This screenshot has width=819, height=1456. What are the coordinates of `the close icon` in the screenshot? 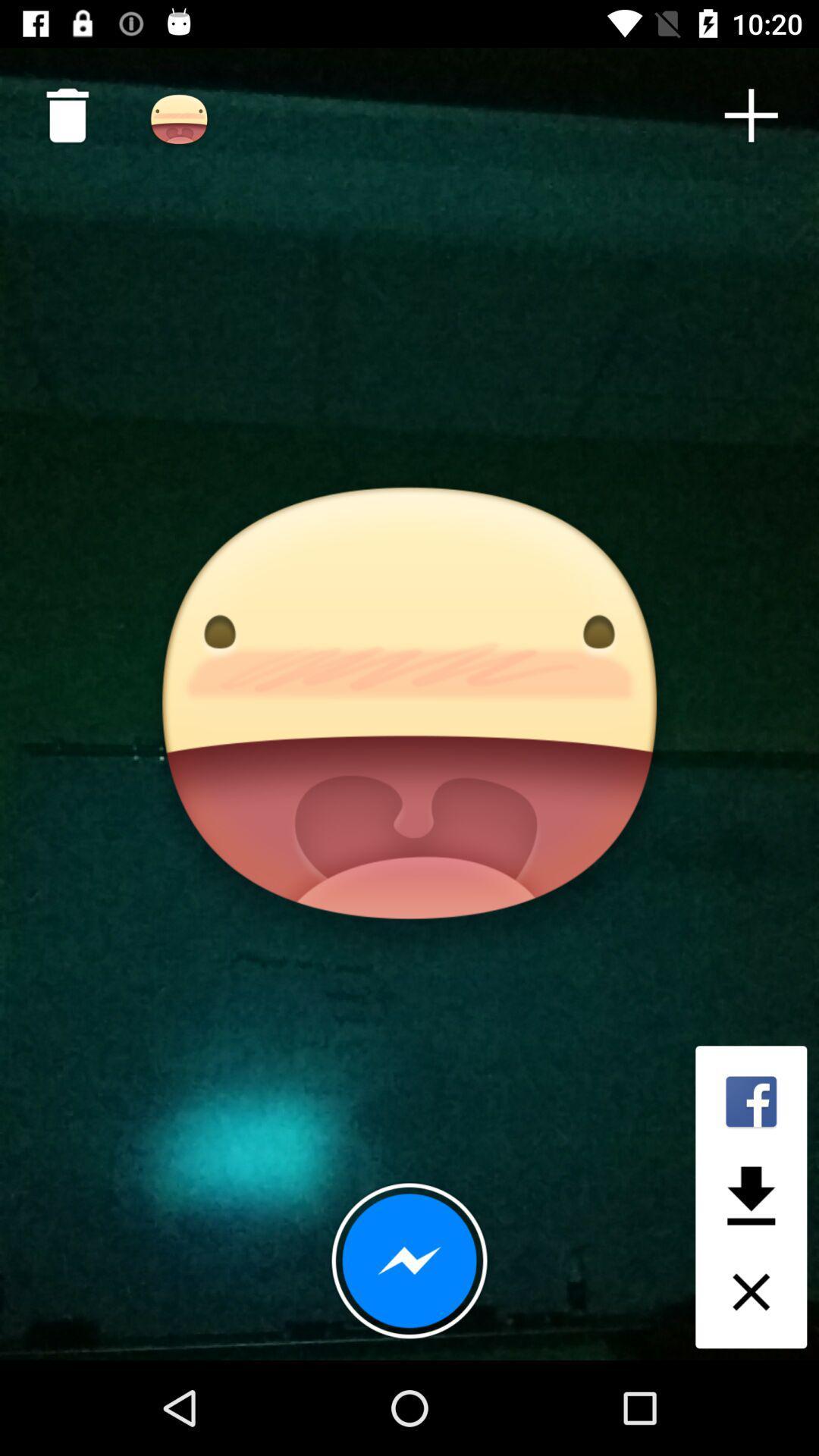 It's located at (751, 1291).